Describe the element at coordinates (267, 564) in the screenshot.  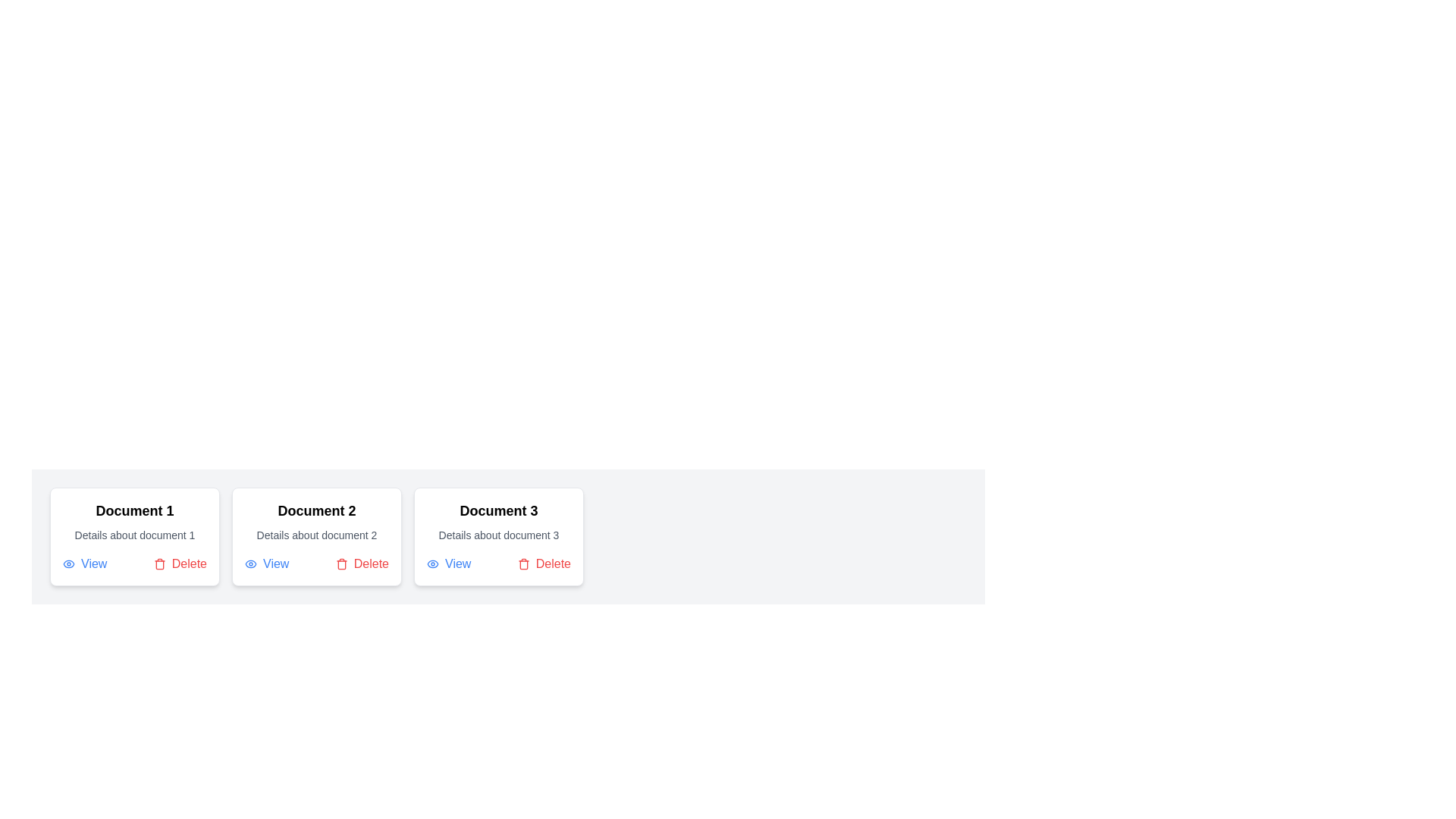
I see `the button-like interactive text associated with 'Document 2' to potentially see a tooltip` at that location.